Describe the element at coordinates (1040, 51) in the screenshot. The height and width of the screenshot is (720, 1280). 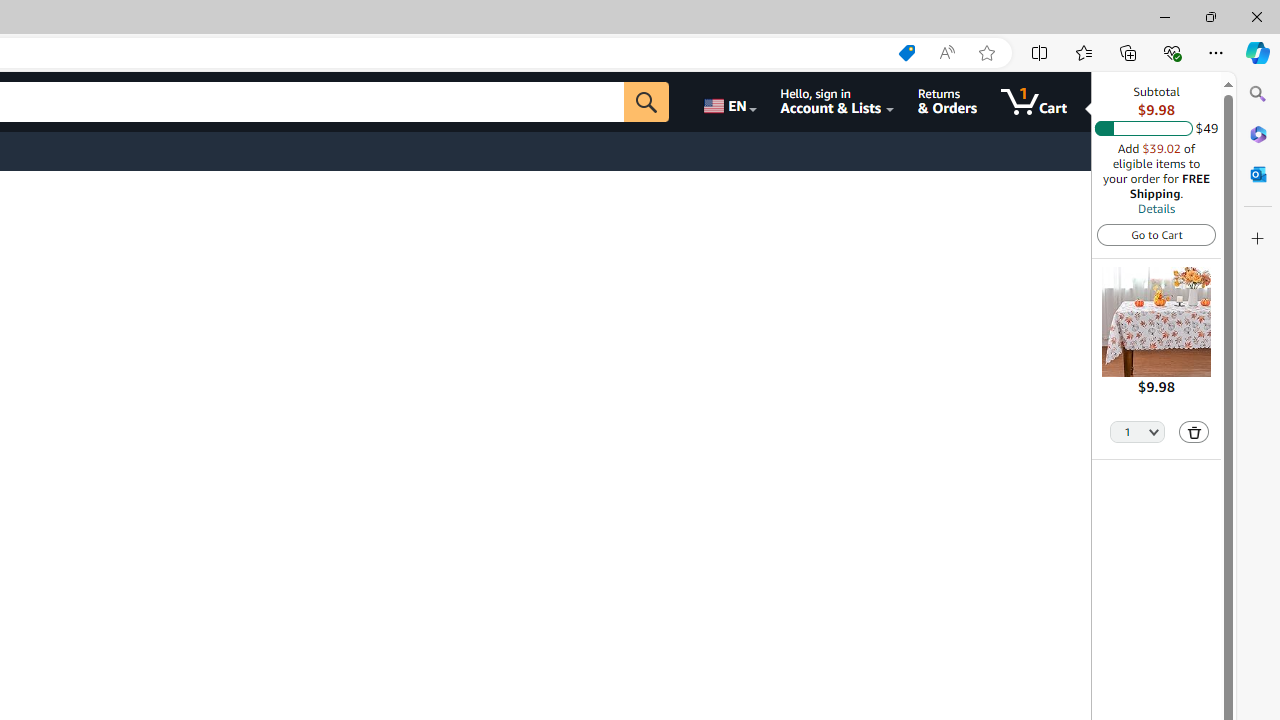
I see `'Split screen'` at that location.